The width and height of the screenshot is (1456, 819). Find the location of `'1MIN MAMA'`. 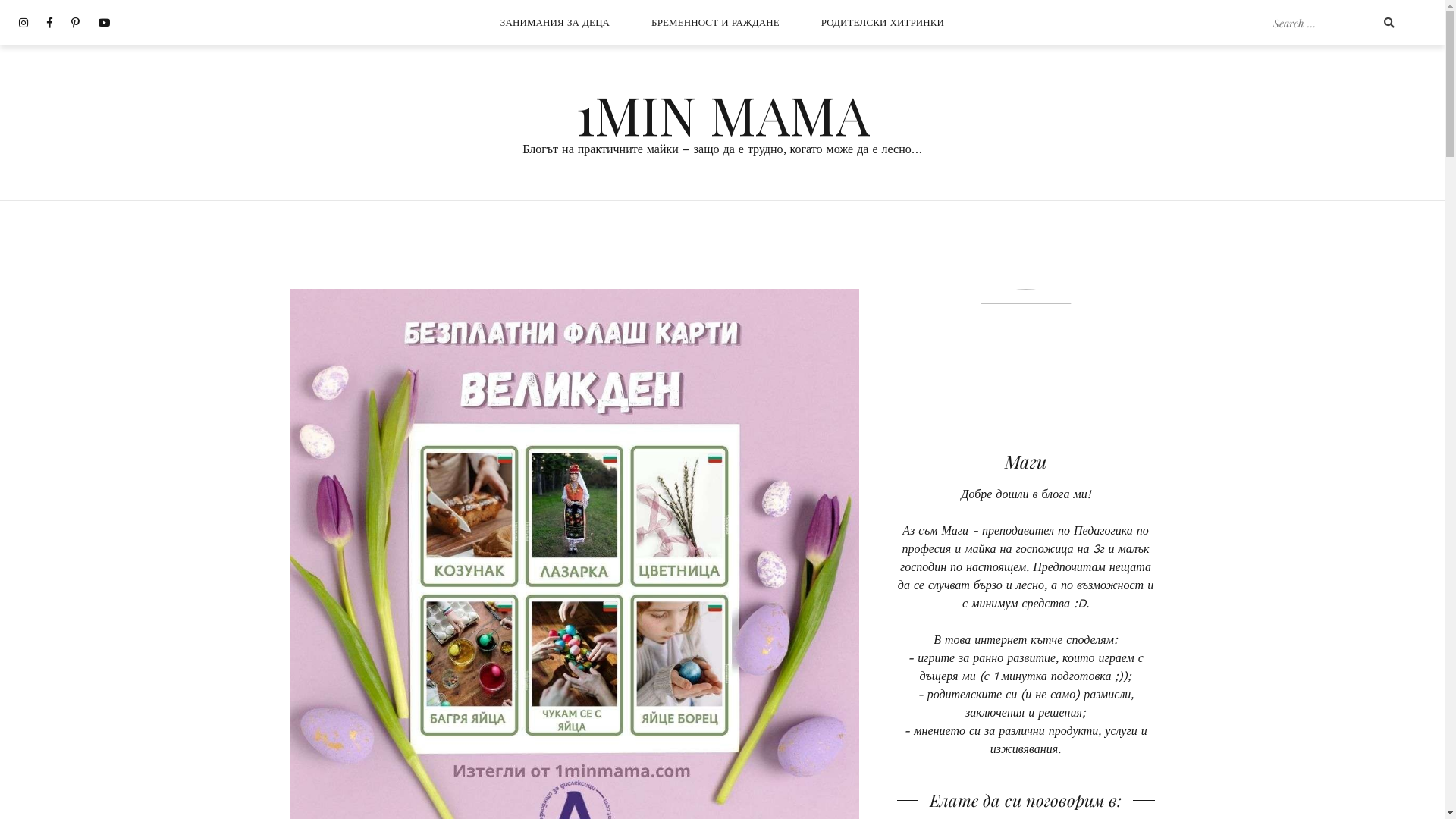

'1MIN MAMA' is located at coordinates (720, 113).